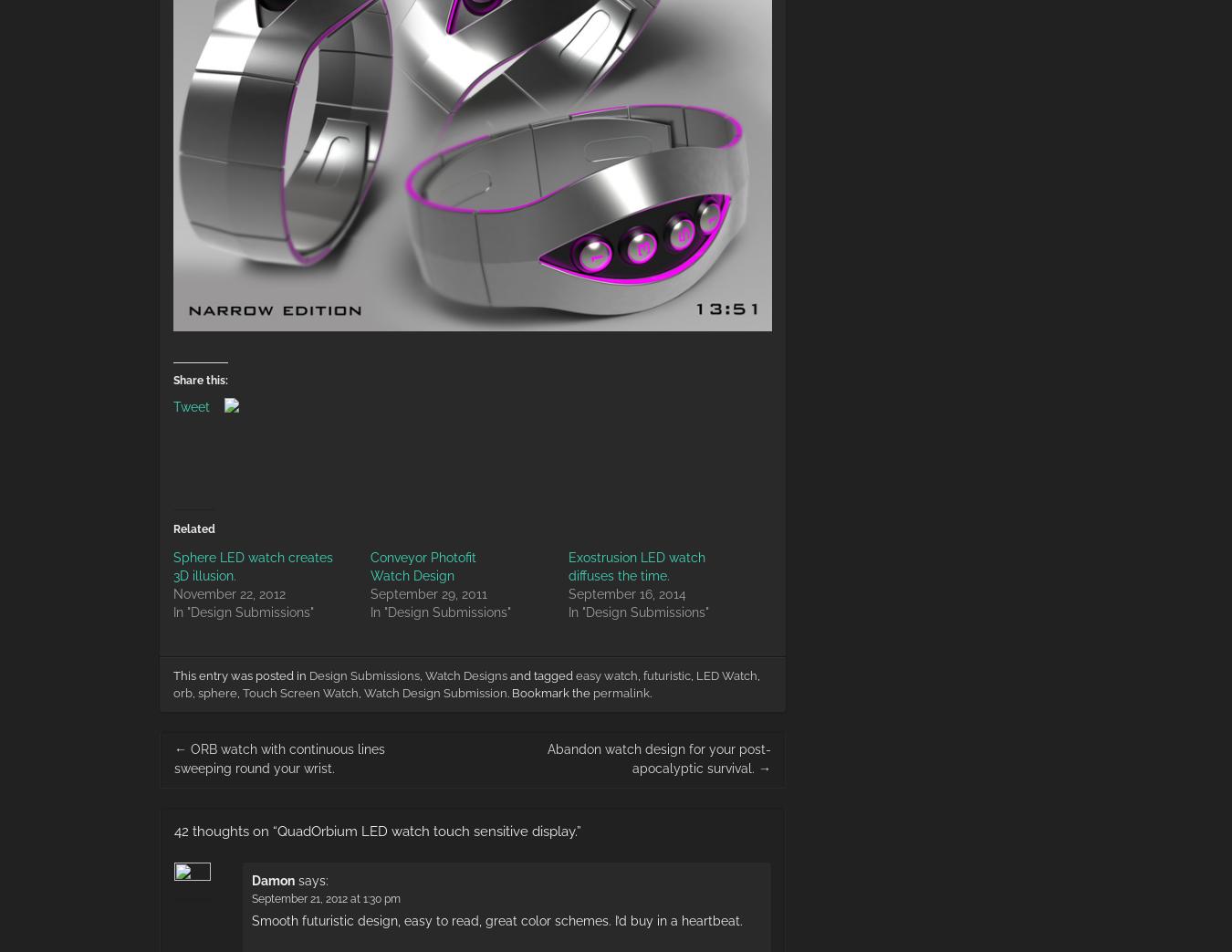 Image resolution: width=1232 pixels, height=952 pixels. Describe the element at coordinates (272, 879) in the screenshot. I see `'Damon'` at that location.